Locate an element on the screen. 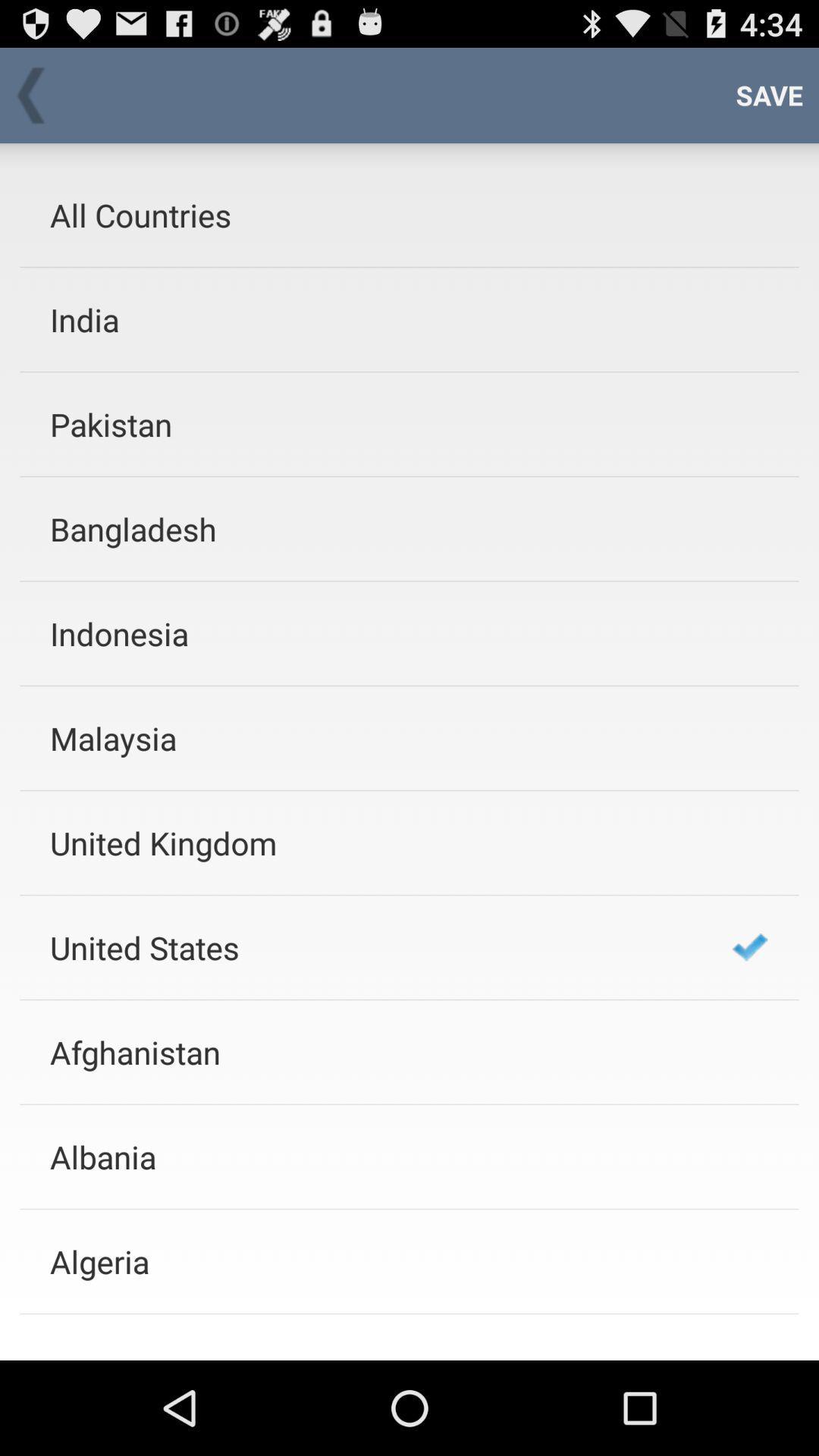 The width and height of the screenshot is (819, 1456). bangladesh icon is located at coordinates (371, 529).